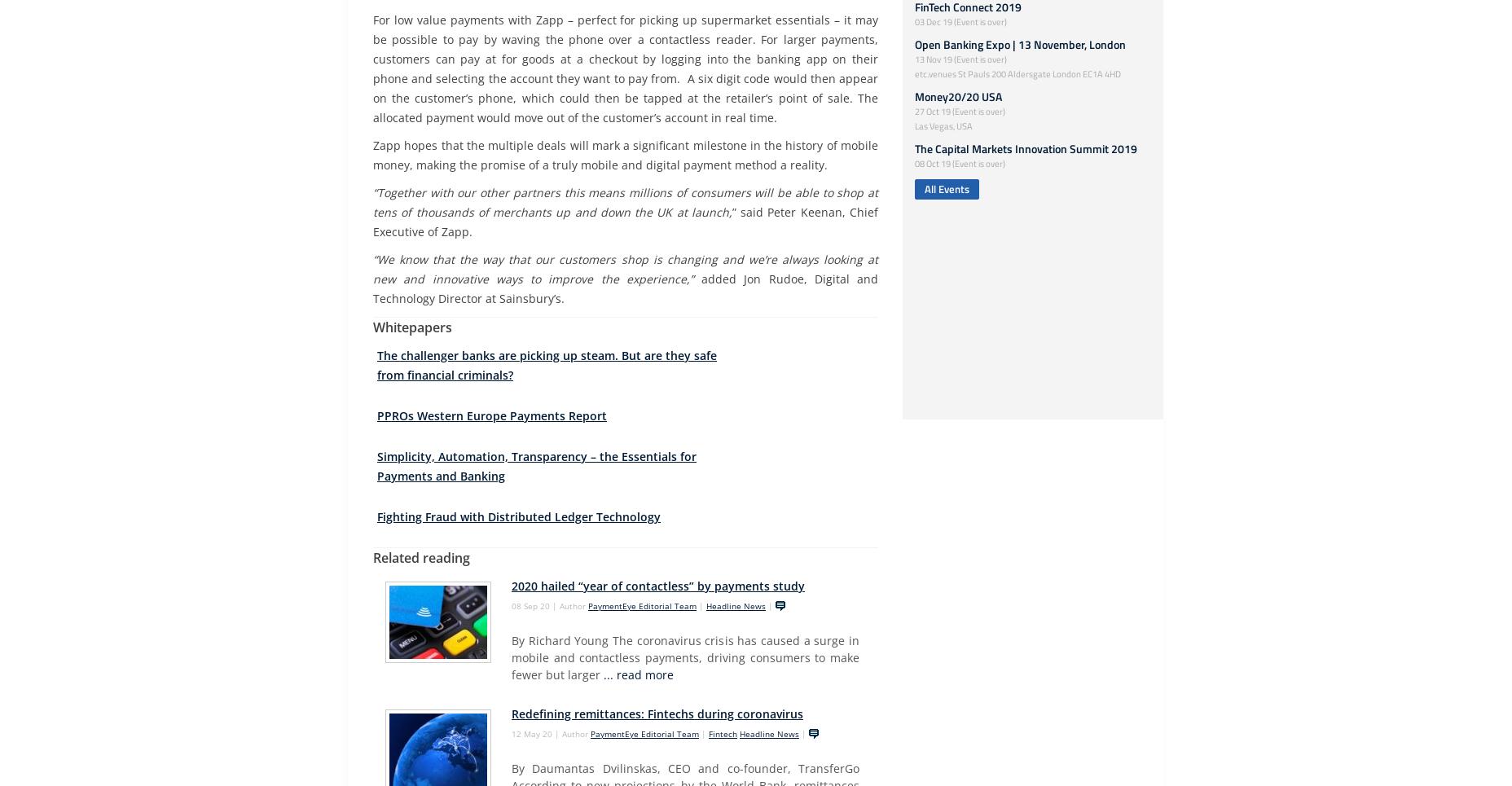 This screenshot has width=1512, height=786. I want to click on '13 Nov 19 (Event is over)', so click(960, 59).